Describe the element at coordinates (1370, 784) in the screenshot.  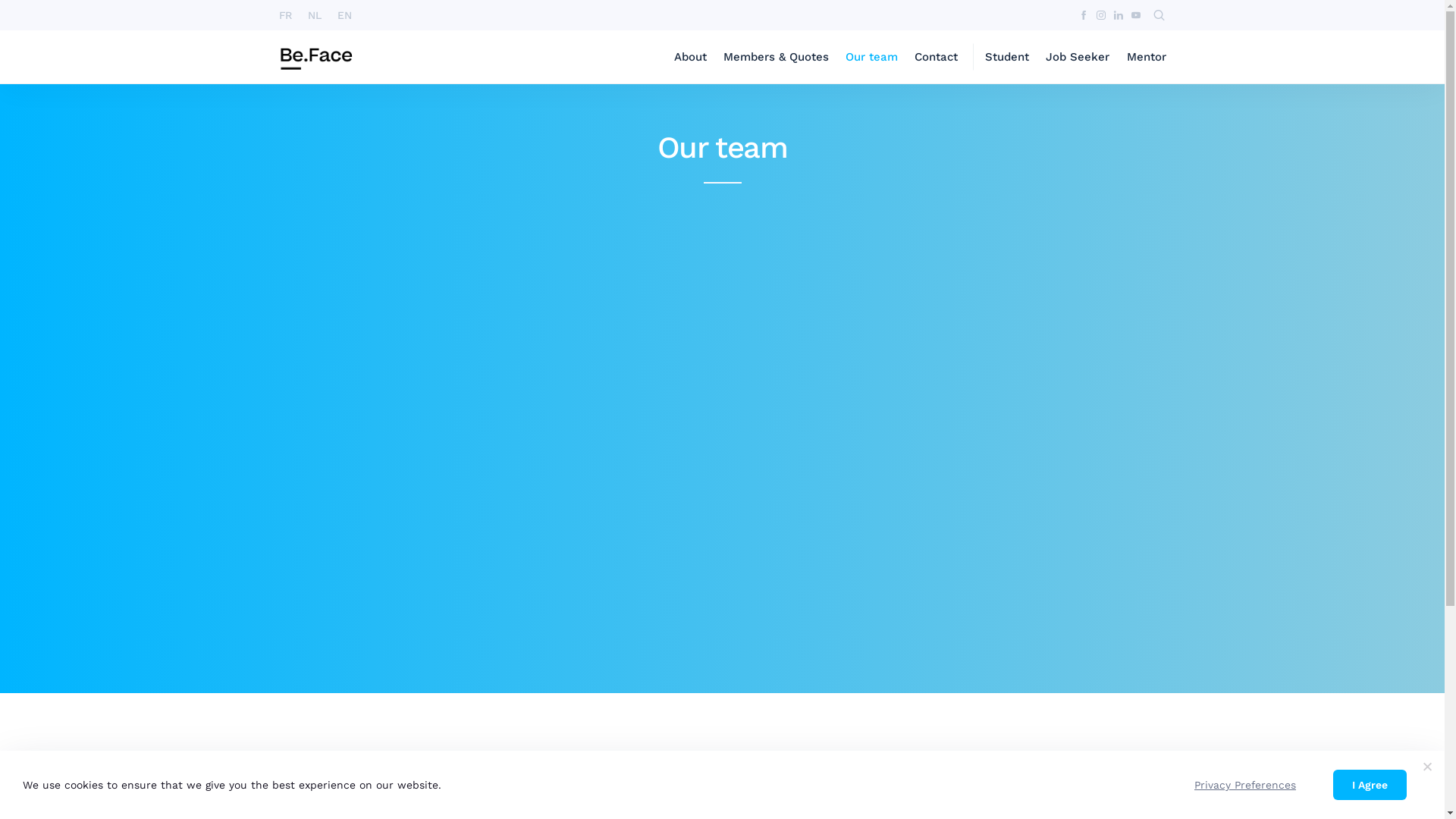
I see `'I Agree'` at that location.